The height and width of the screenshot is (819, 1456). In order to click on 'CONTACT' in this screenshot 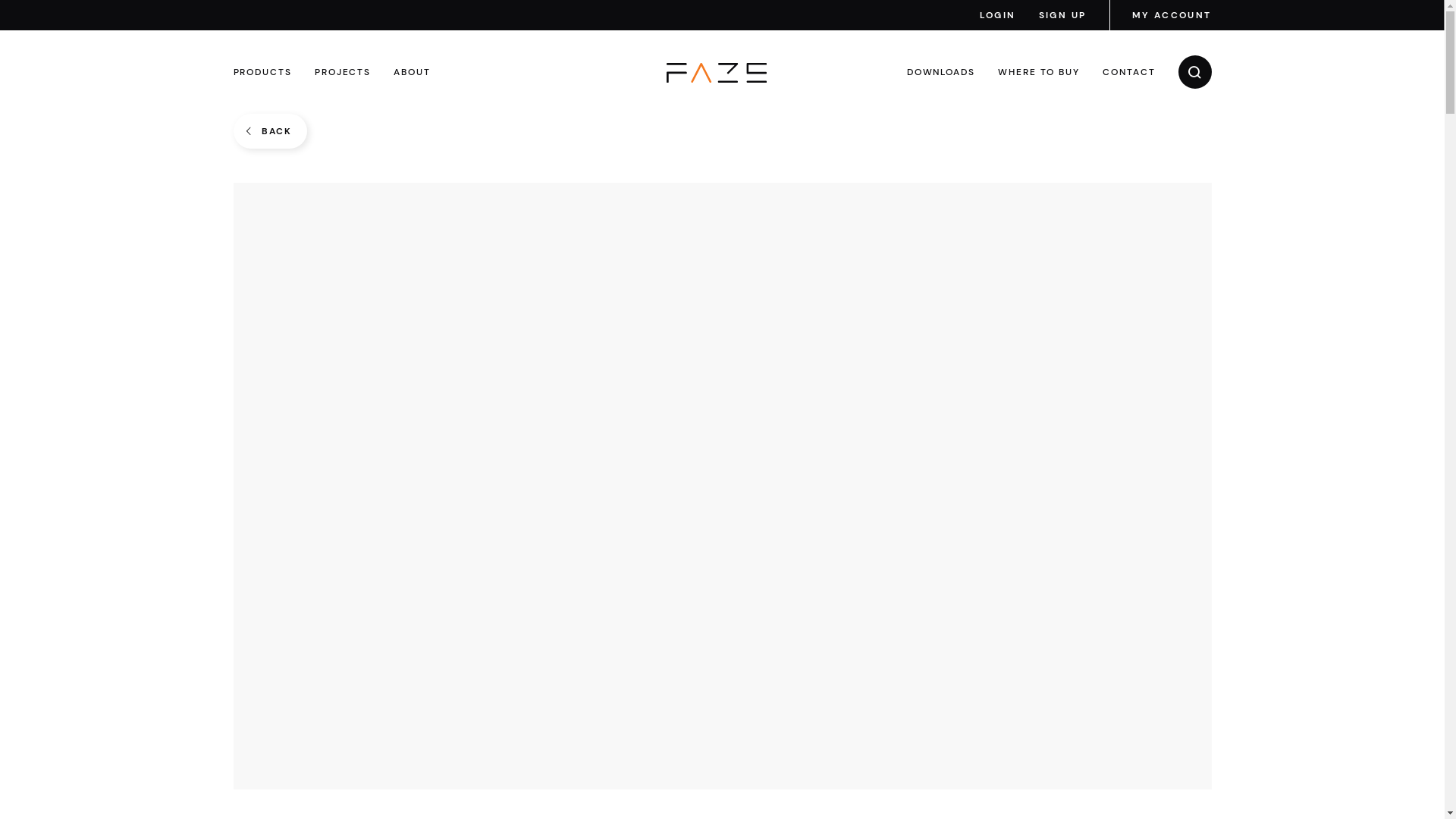, I will do `click(1128, 72)`.